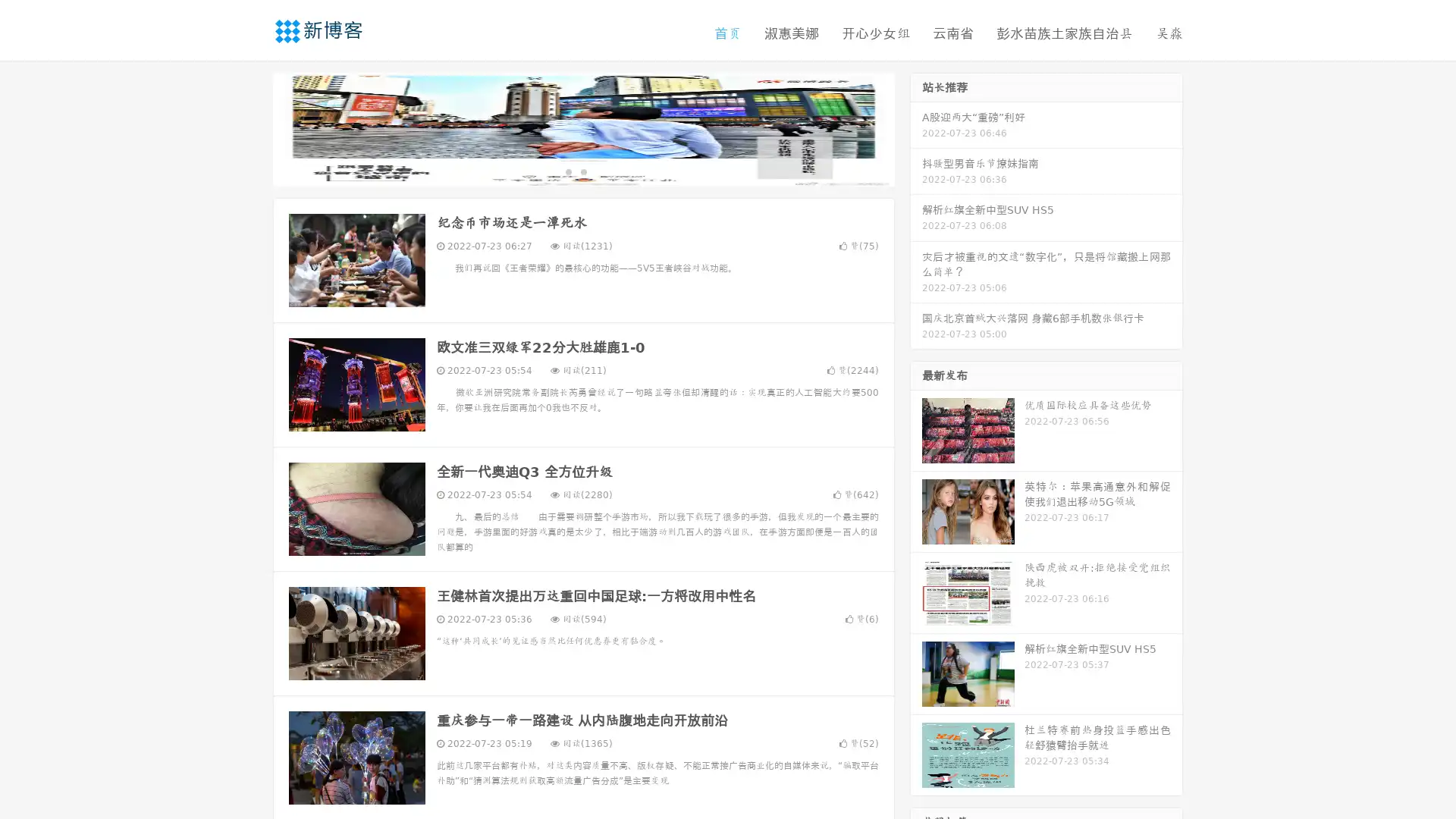 This screenshot has width=1456, height=819. I want to click on Go to slide 3, so click(598, 171).